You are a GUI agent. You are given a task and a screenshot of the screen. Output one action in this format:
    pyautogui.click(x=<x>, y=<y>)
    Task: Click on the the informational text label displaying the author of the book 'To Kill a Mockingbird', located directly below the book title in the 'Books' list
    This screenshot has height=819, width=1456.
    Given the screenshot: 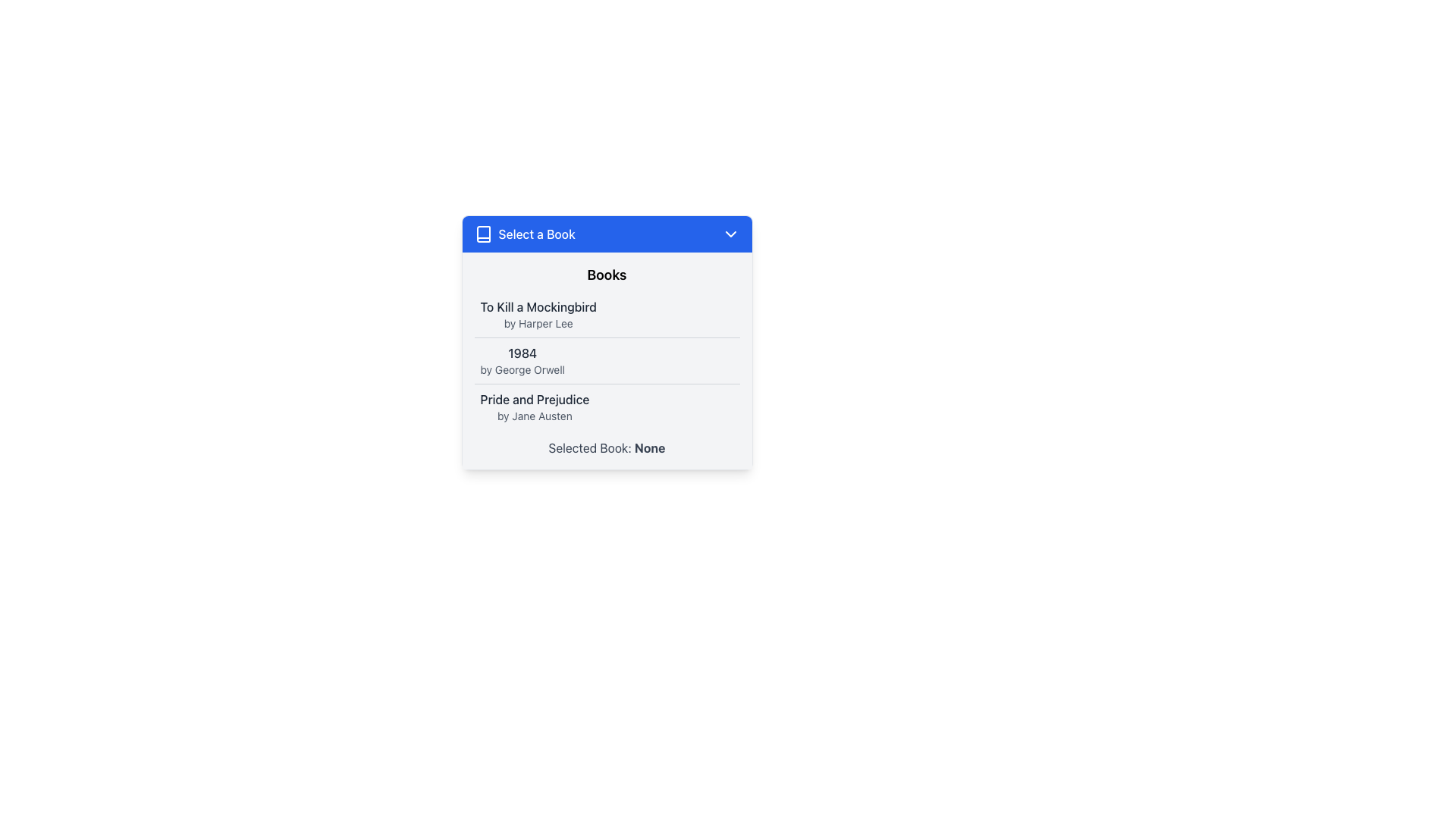 What is the action you would take?
    pyautogui.click(x=538, y=323)
    